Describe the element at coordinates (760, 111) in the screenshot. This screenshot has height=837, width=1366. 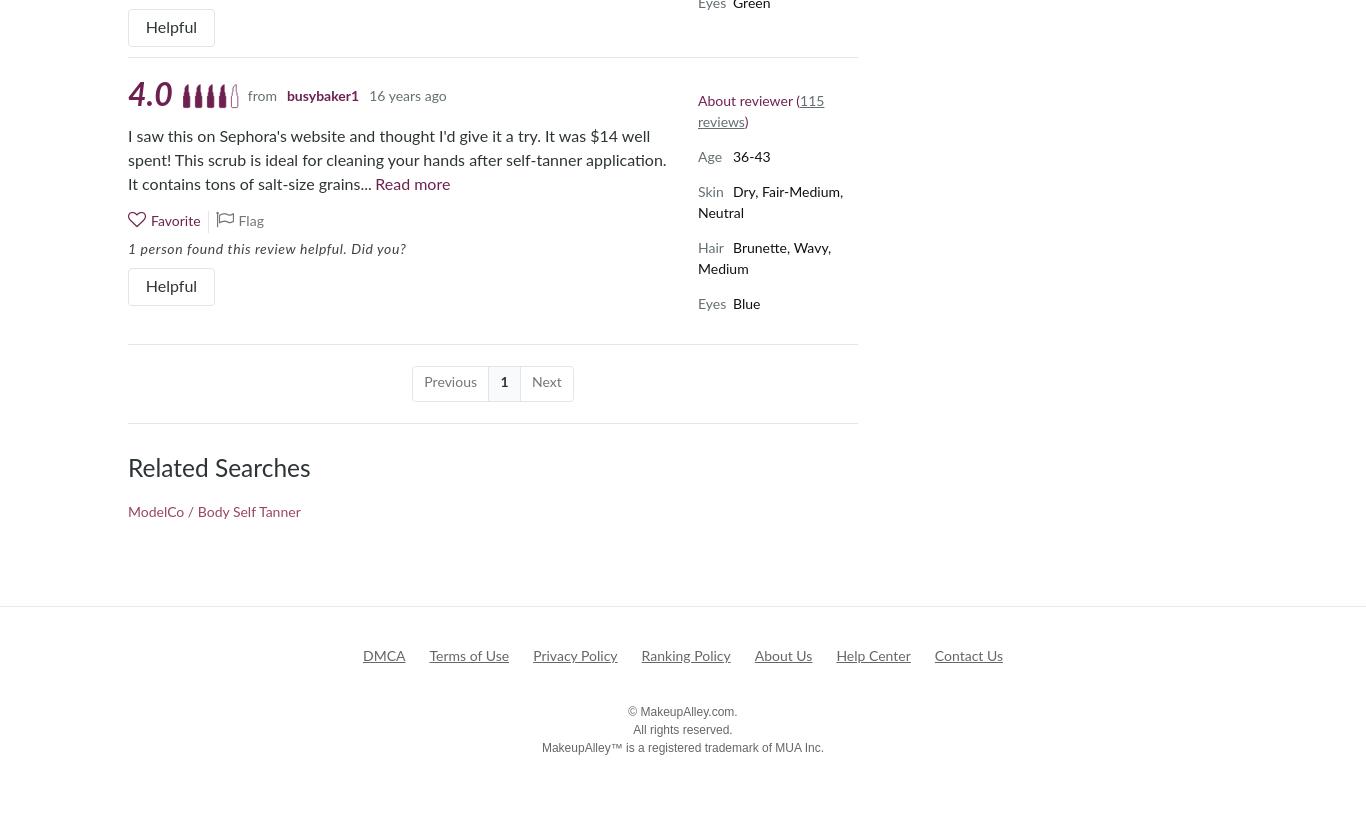
I see `'115 reviews'` at that location.